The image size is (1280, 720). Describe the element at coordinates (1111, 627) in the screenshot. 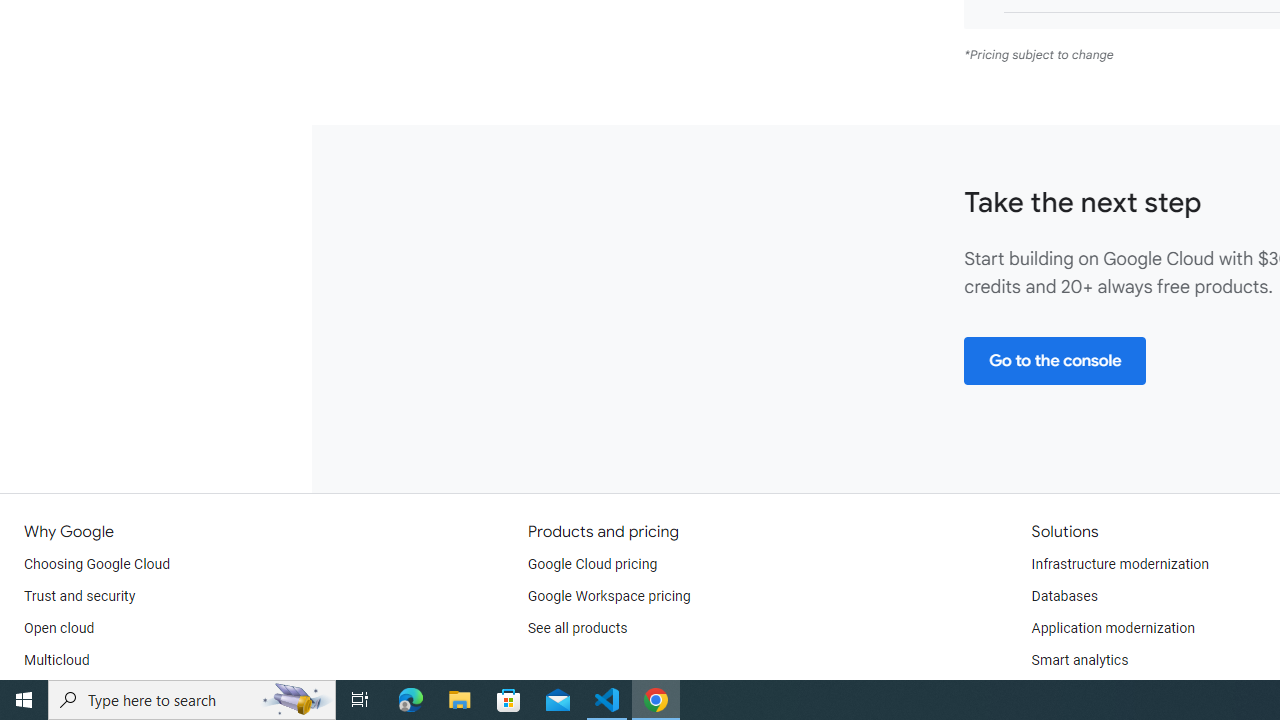

I see `'Application modernization'` at that location.